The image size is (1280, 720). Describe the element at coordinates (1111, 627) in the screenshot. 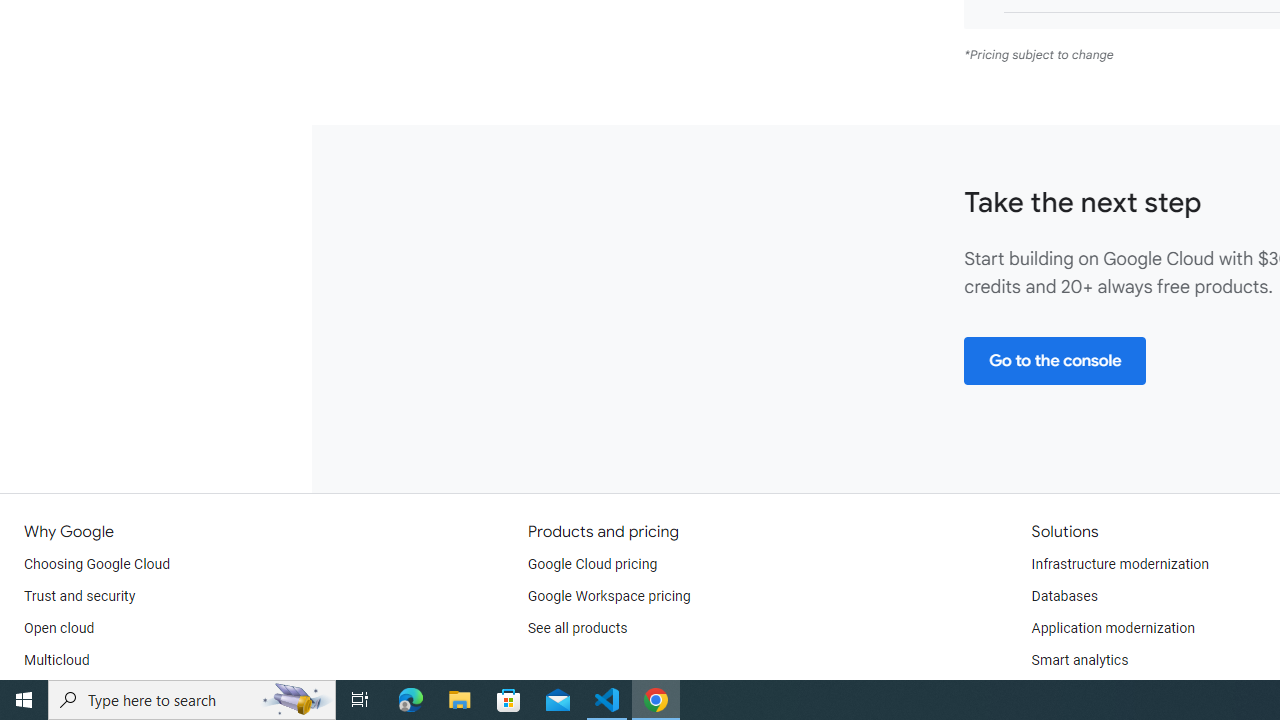

I see `'Application modernization'` at that location.